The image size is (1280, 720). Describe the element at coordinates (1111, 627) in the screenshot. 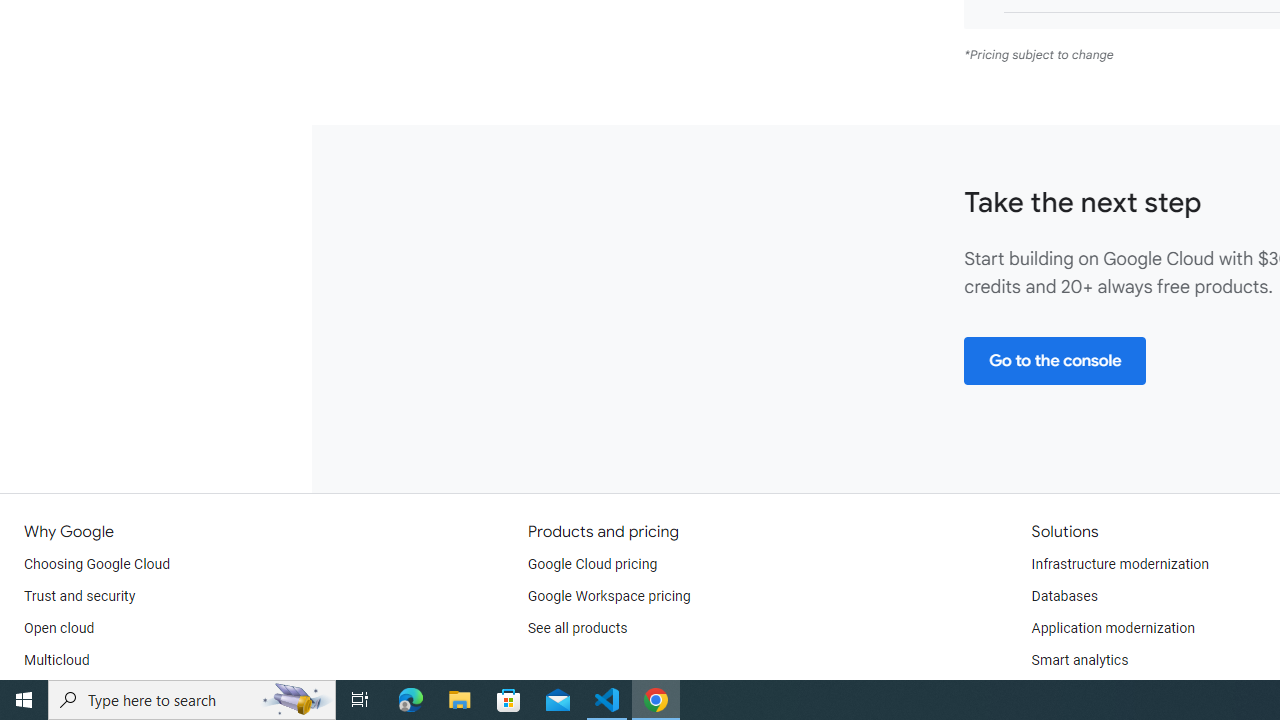

I see `'Application modernization'` at that location.